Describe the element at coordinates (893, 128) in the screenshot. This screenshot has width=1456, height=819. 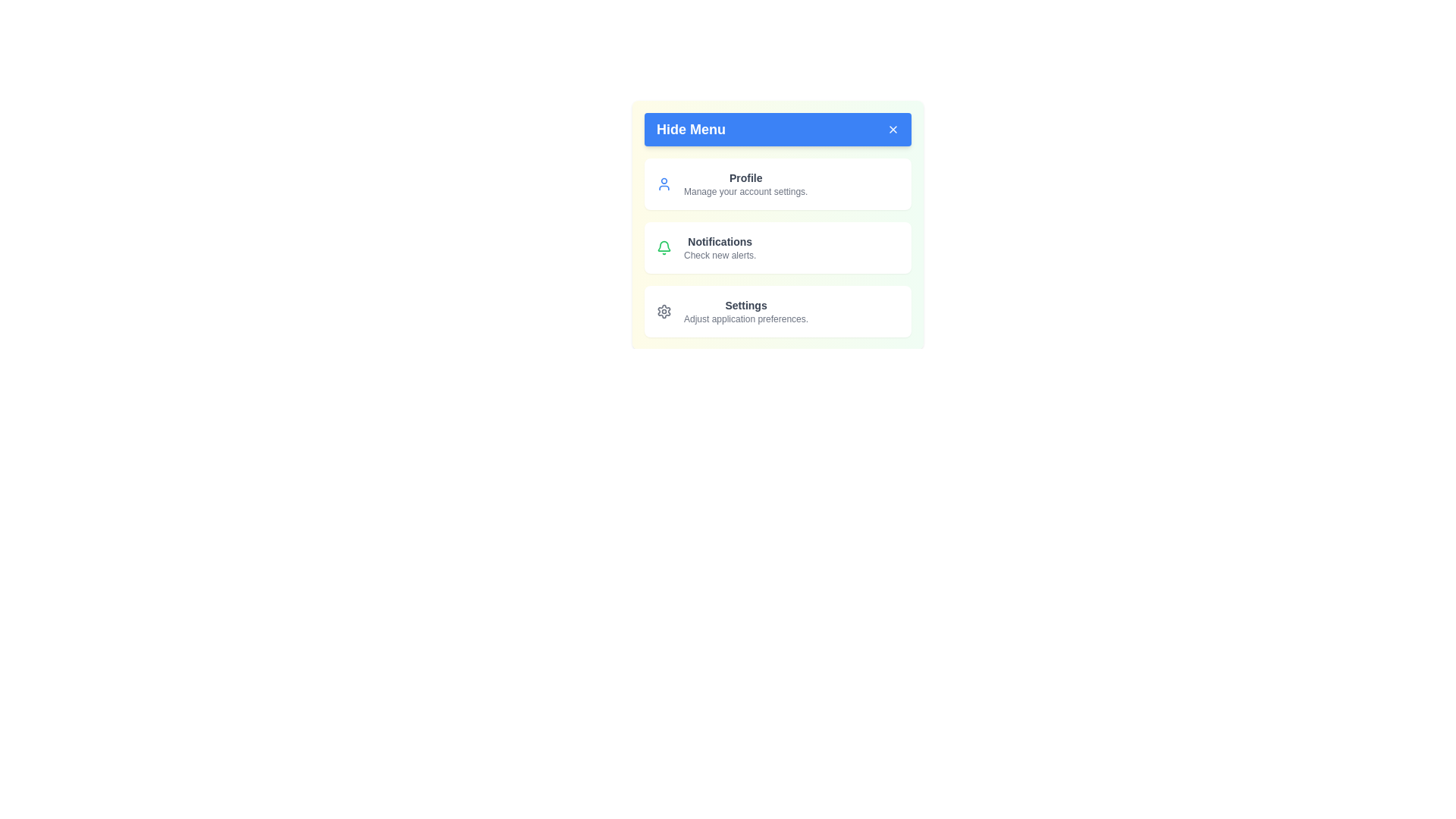
I see `the close button to hide the menu` at that location.